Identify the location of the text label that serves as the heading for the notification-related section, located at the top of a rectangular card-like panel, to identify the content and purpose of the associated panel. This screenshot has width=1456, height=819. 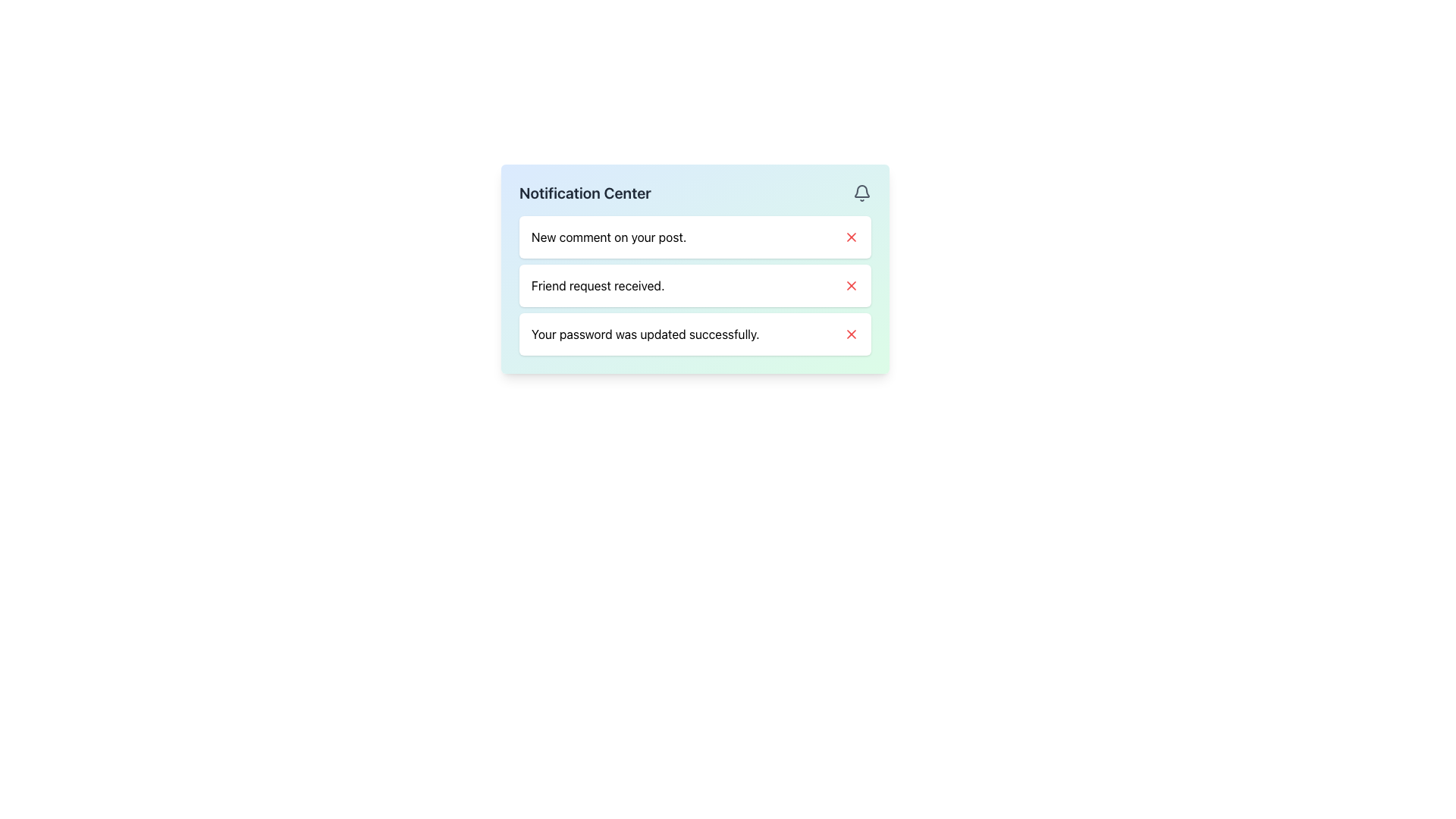
(585, 192).